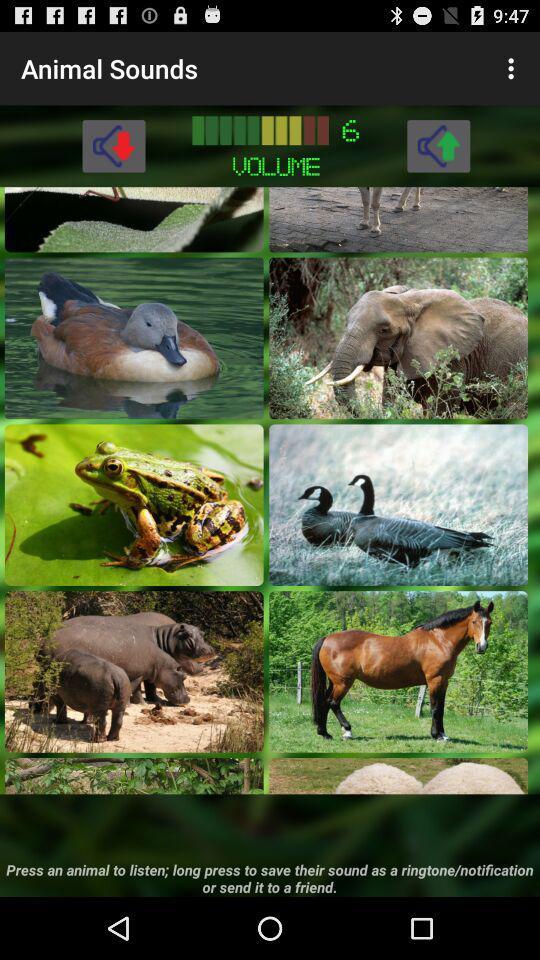 This screenshot has height=960, width=540. I want to click on image selection, so click(398, 775).